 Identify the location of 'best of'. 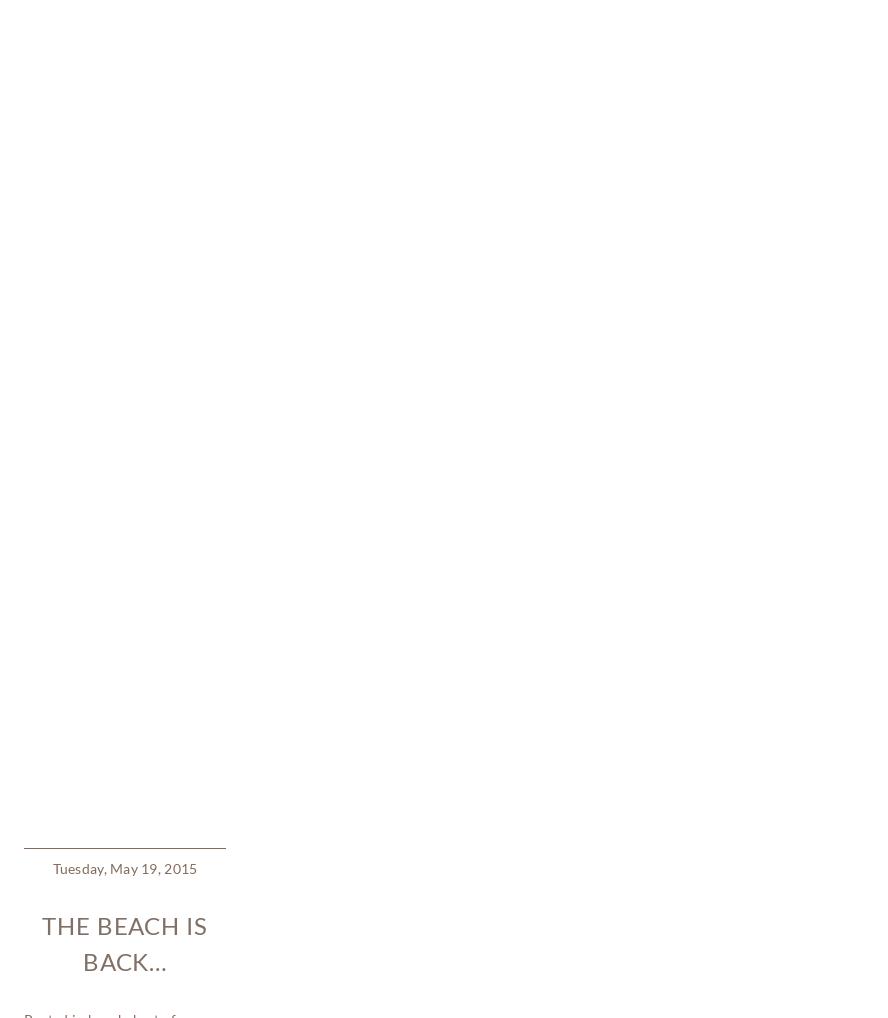
(153, 418).